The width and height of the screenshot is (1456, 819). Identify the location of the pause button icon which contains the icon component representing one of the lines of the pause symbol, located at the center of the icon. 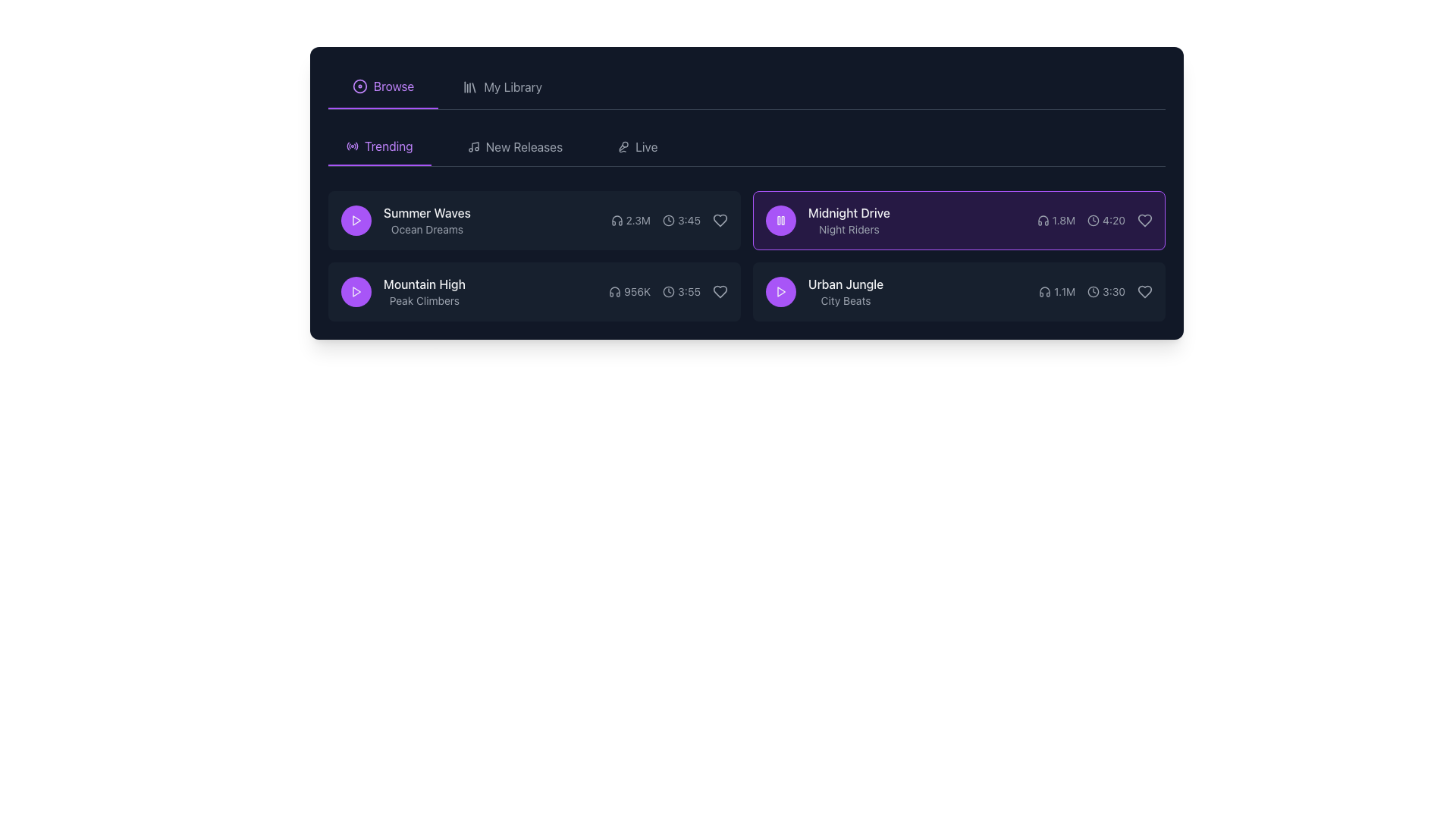
(779, 220).